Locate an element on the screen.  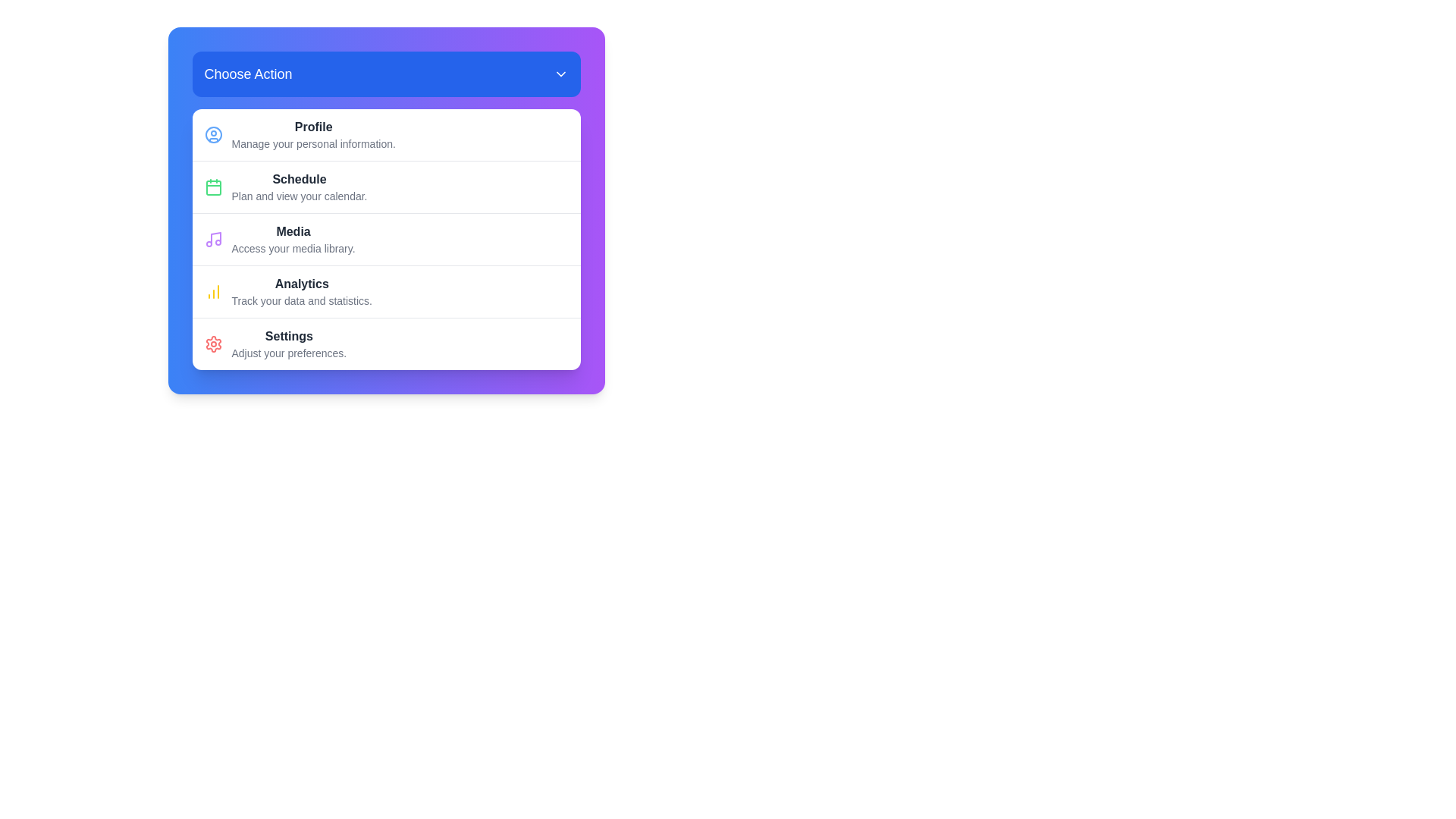
the static text label providing additional information for the 'Schedule' option in the dropdown menu is located at coordinates (299, 195).